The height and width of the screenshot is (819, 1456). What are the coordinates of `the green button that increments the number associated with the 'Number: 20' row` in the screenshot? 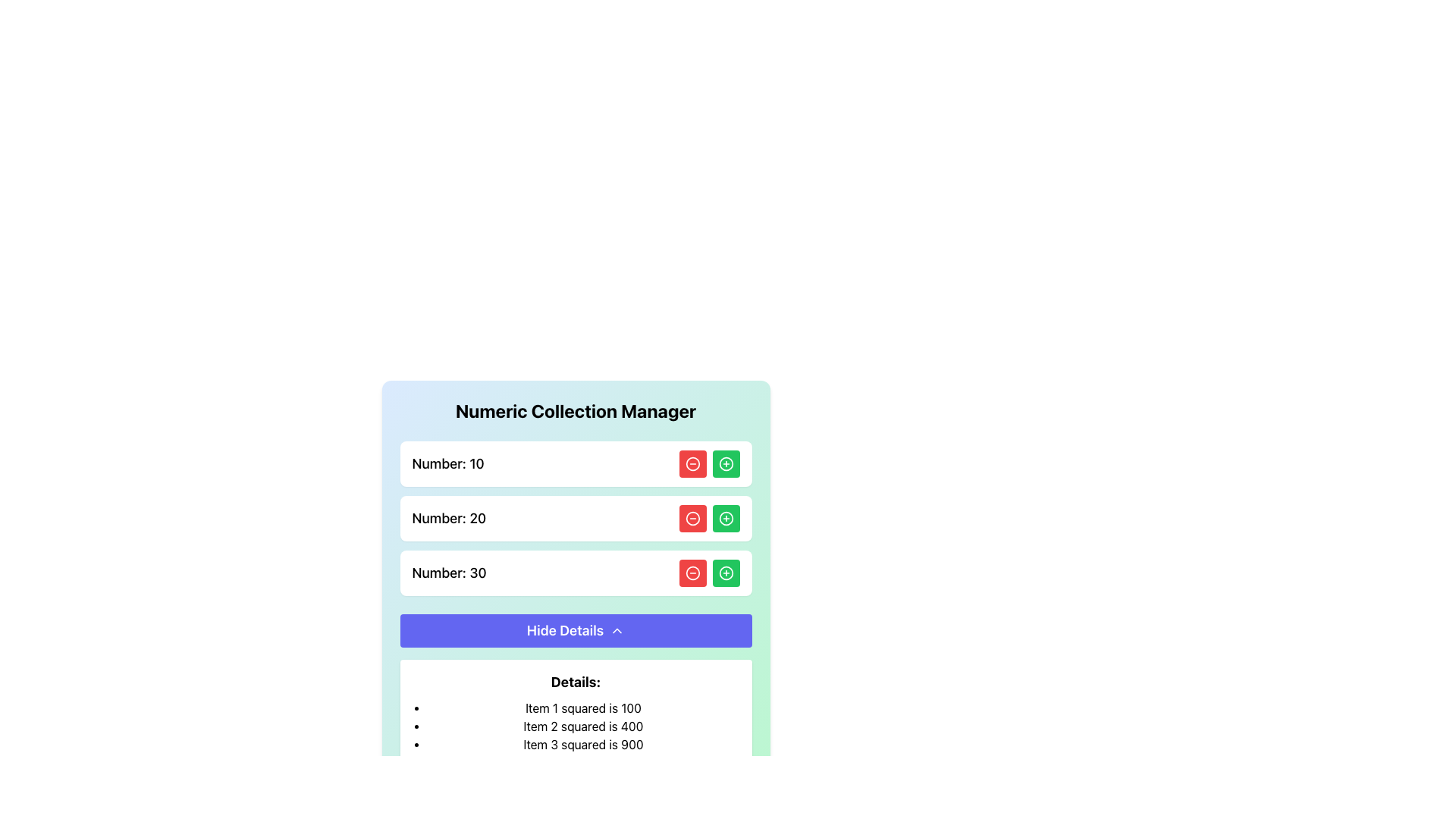 It's located at (725, 517).